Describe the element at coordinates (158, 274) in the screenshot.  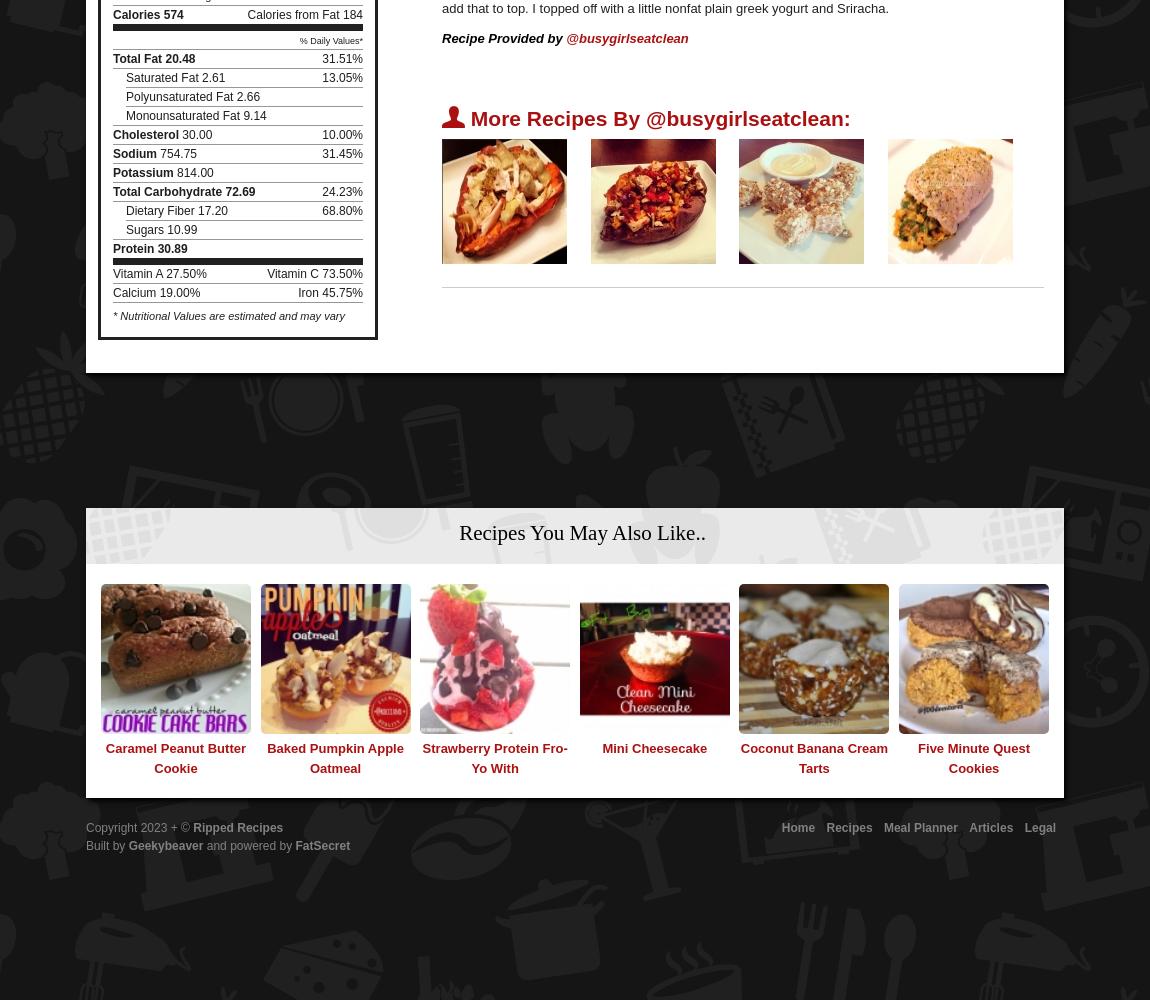
I see `'Vitamin A 27.50%'` at that location.